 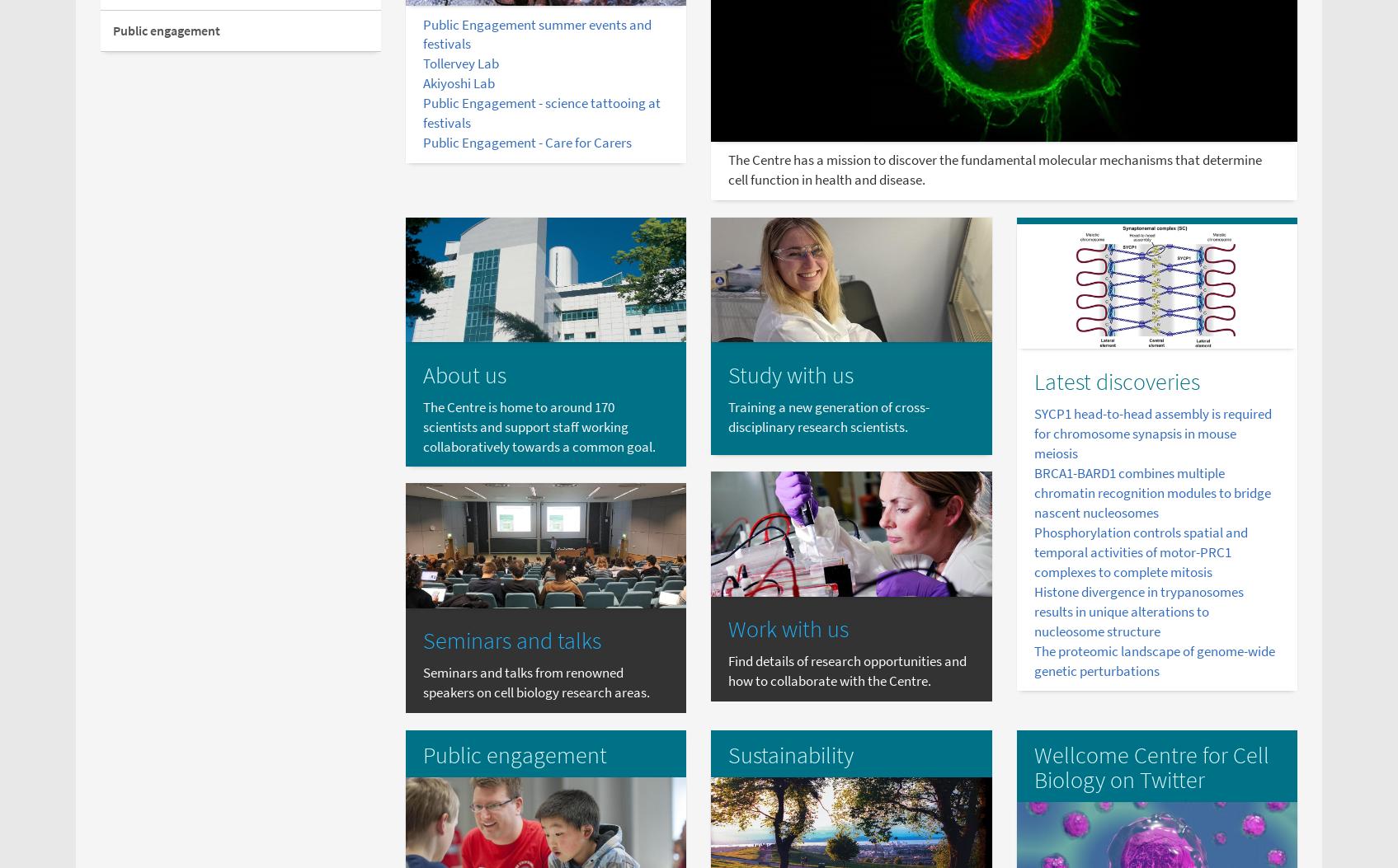 I want to click on 'Tollervey Lab', so click(x=459, y=62).